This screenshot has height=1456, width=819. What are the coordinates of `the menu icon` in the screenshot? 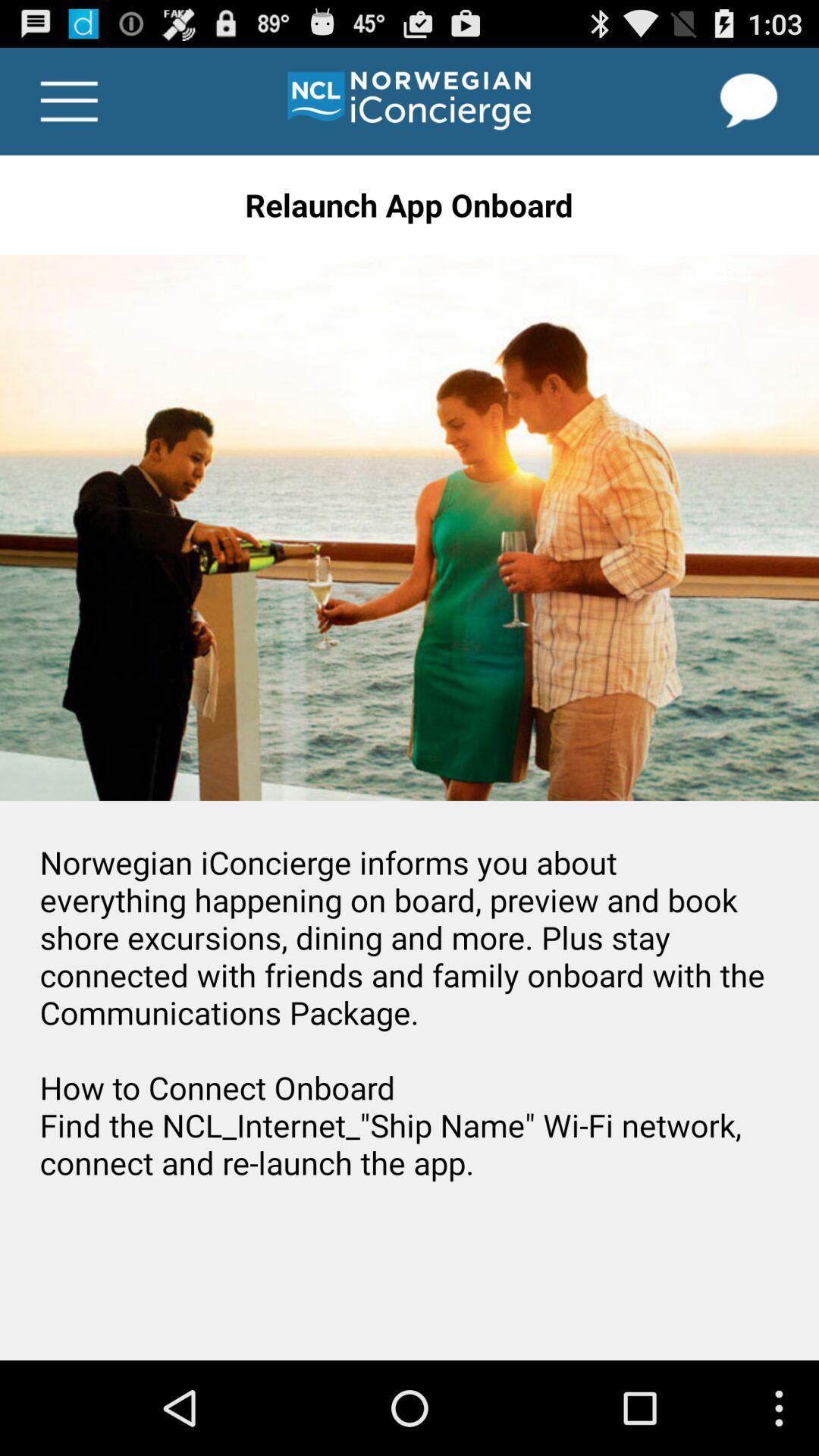 It's located at (69, 108).